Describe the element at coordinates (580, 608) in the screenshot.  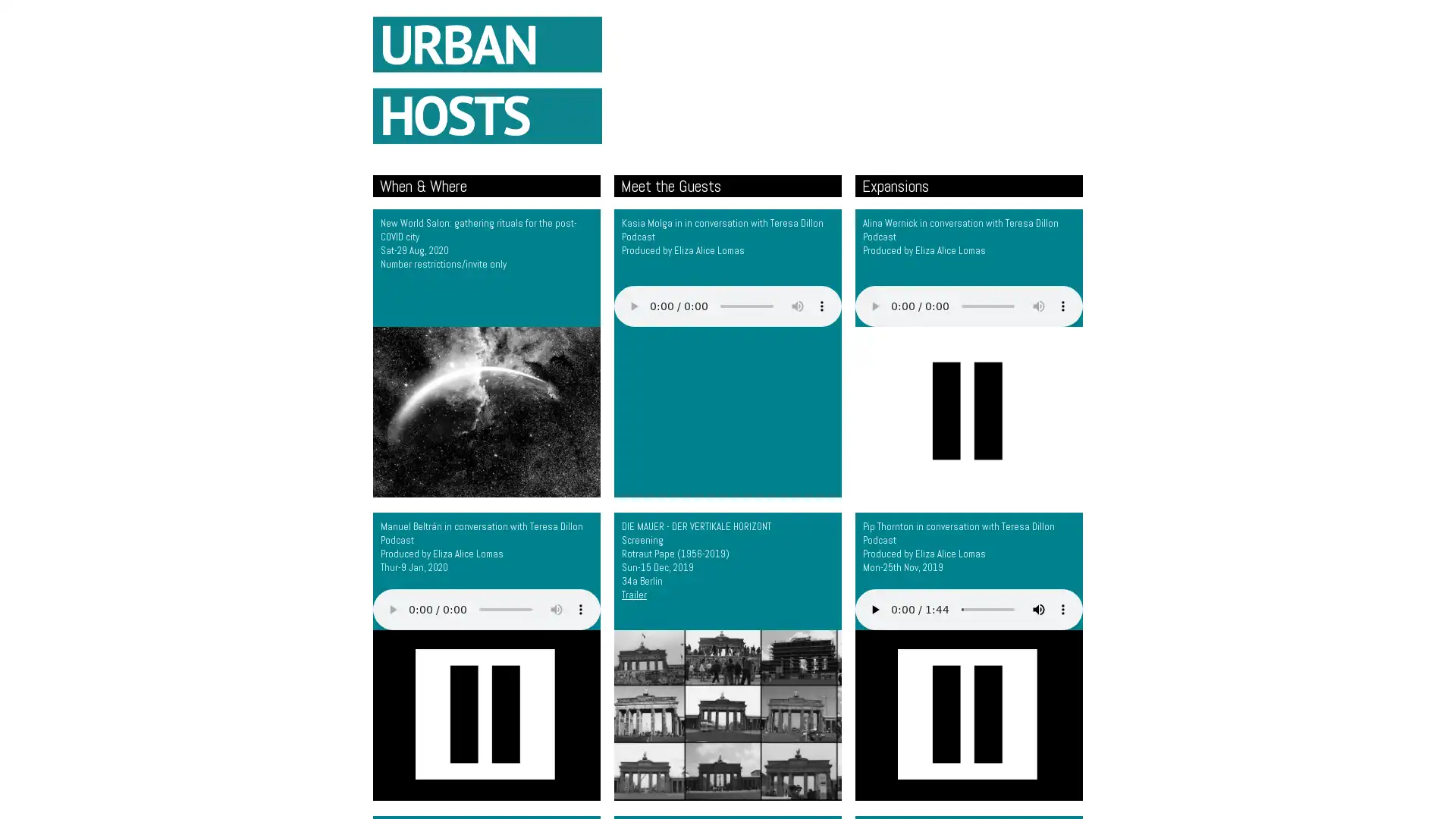
I see `show more media controls` at that location.